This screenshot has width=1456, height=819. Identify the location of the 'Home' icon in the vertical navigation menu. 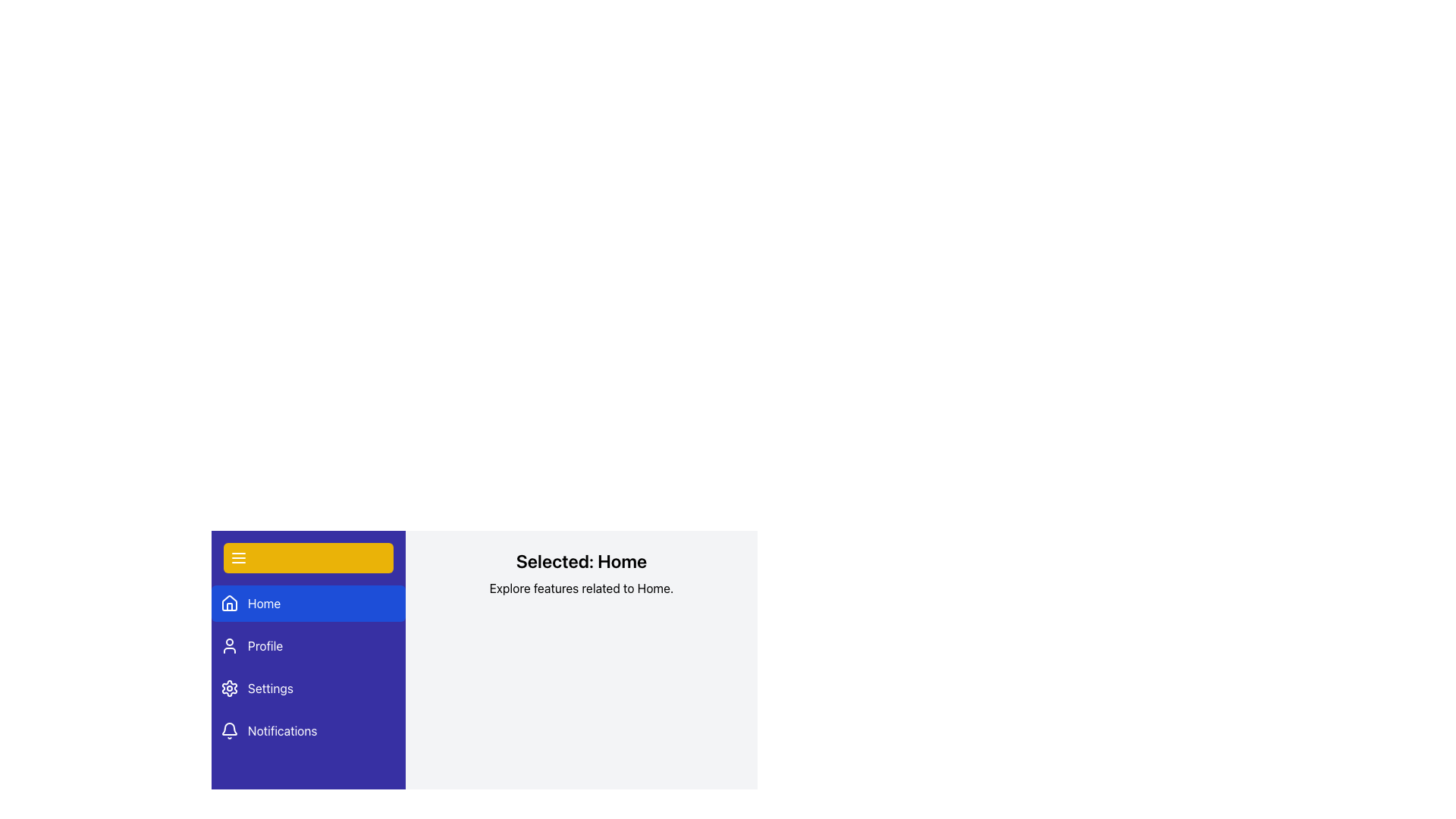
(228, 601).